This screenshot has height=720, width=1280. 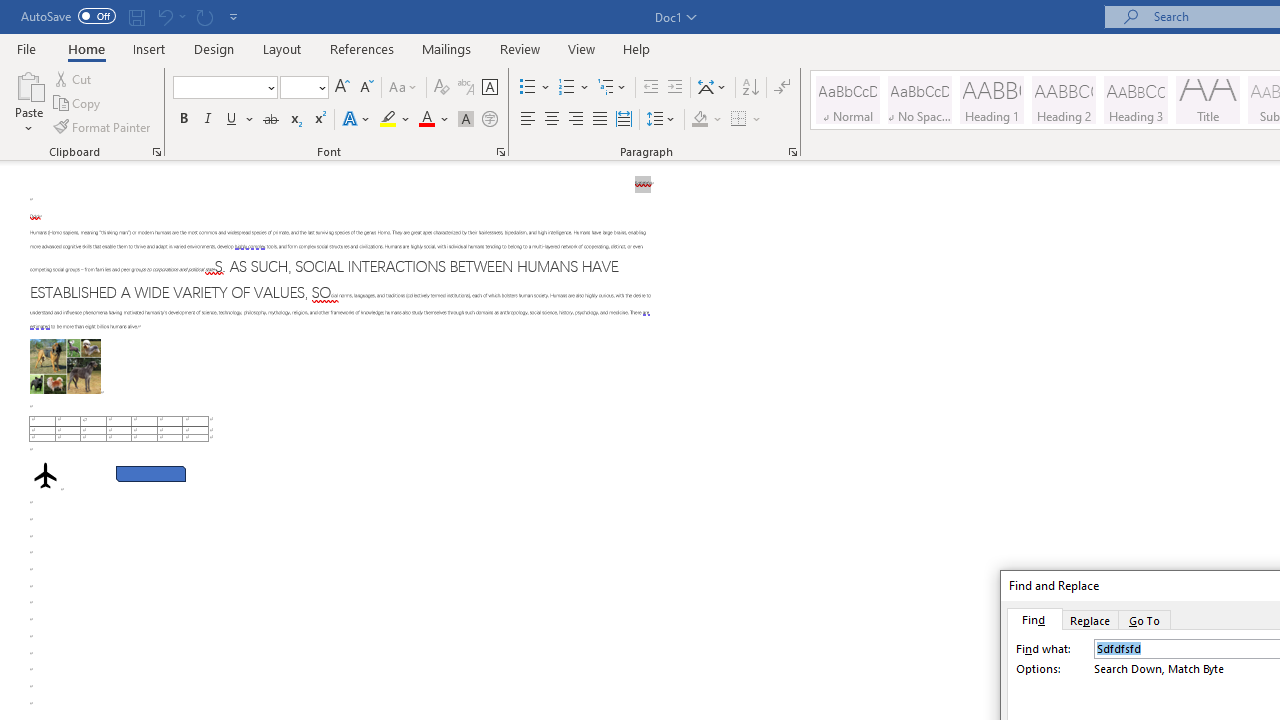 What do you see at coordinates (1062, 100) in the screenshot?
I see `'Heading 2'` at bounding box center [1062, 100].